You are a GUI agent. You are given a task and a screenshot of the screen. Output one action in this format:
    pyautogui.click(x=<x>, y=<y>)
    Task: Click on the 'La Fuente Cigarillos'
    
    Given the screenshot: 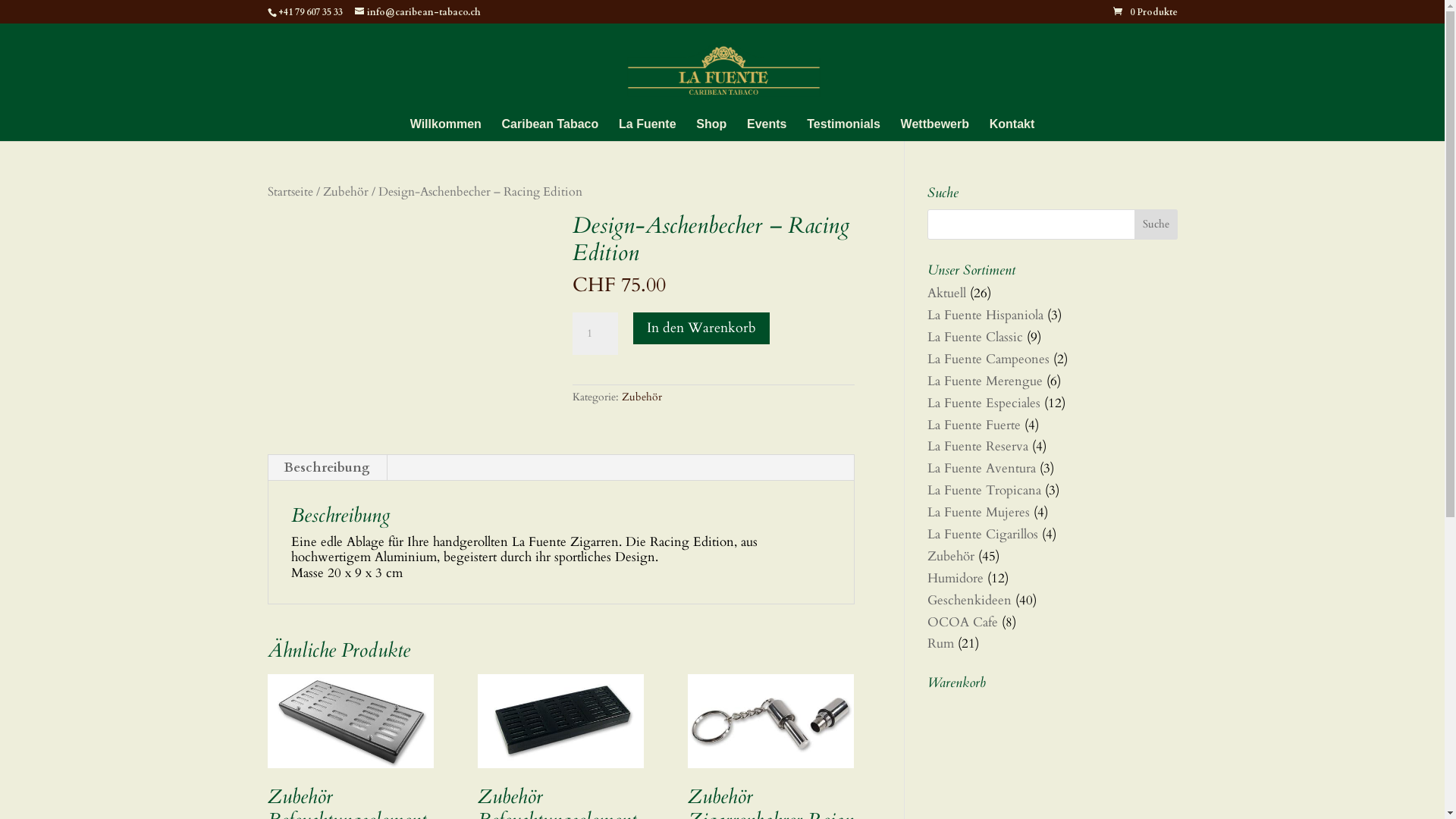 What is the action you would take?
    pyautogui.click(x=982, y=533)
    